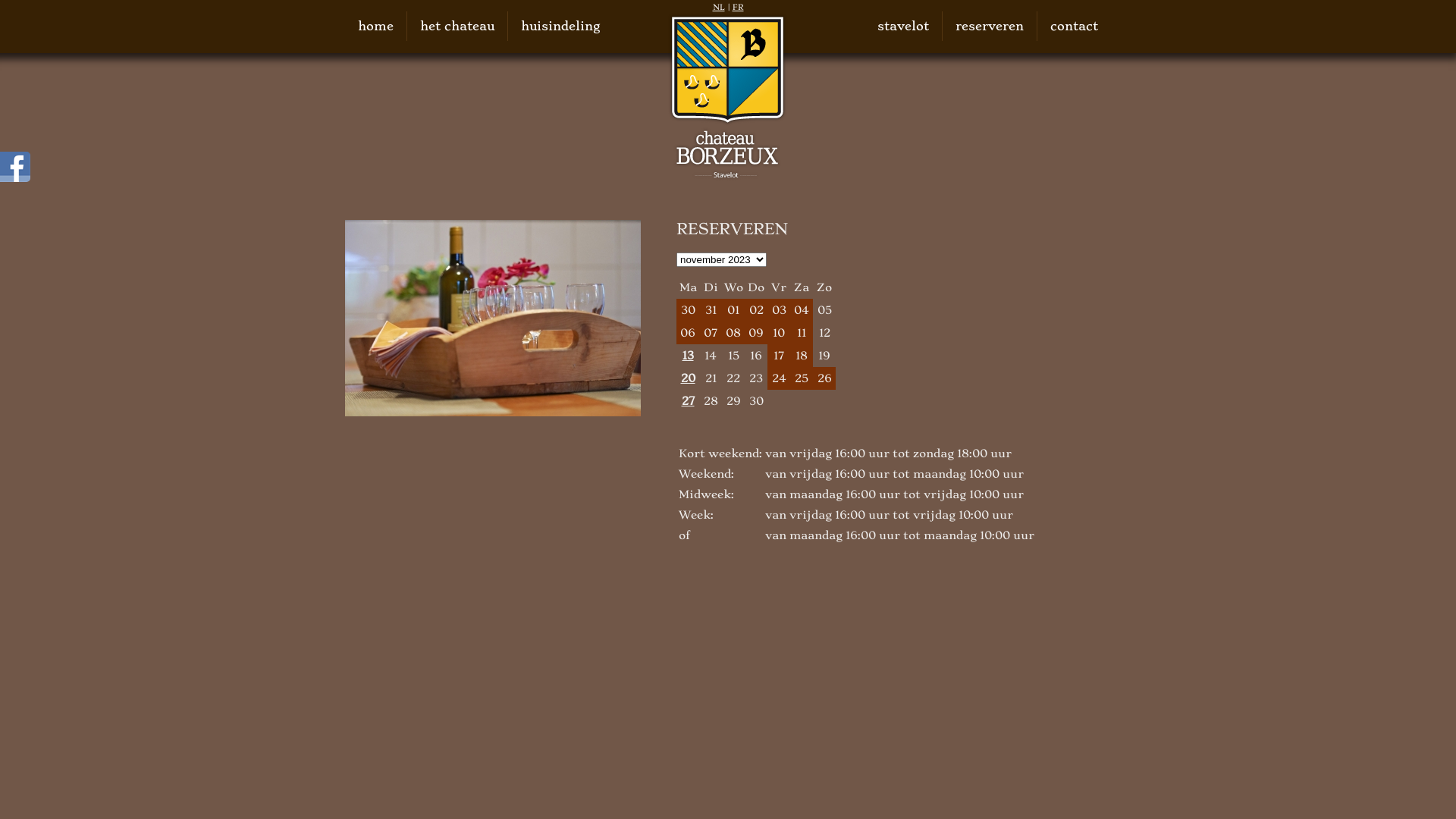 This screenshot has width=1456, height=819. Describe the element at coordinates (877, 26) in the screenshot. I see `'stavelot'` at that location.